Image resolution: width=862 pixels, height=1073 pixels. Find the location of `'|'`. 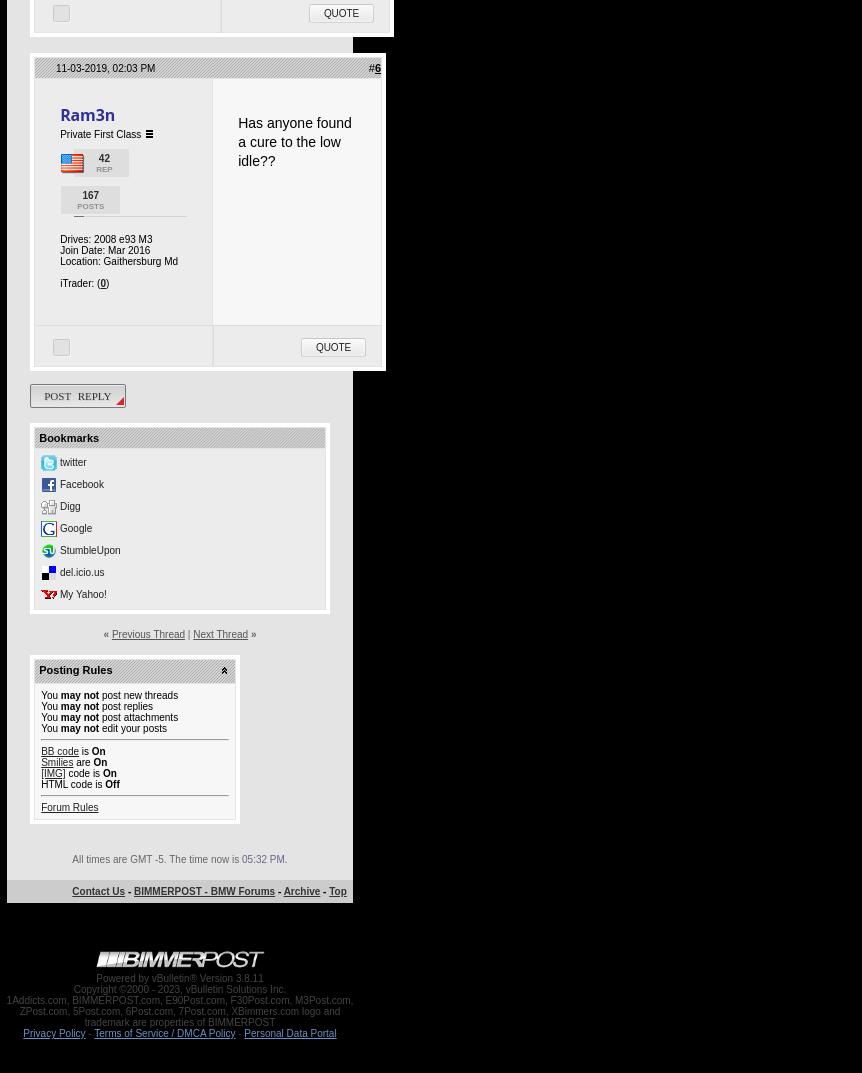

'|' is located at coordinates (189, 633).